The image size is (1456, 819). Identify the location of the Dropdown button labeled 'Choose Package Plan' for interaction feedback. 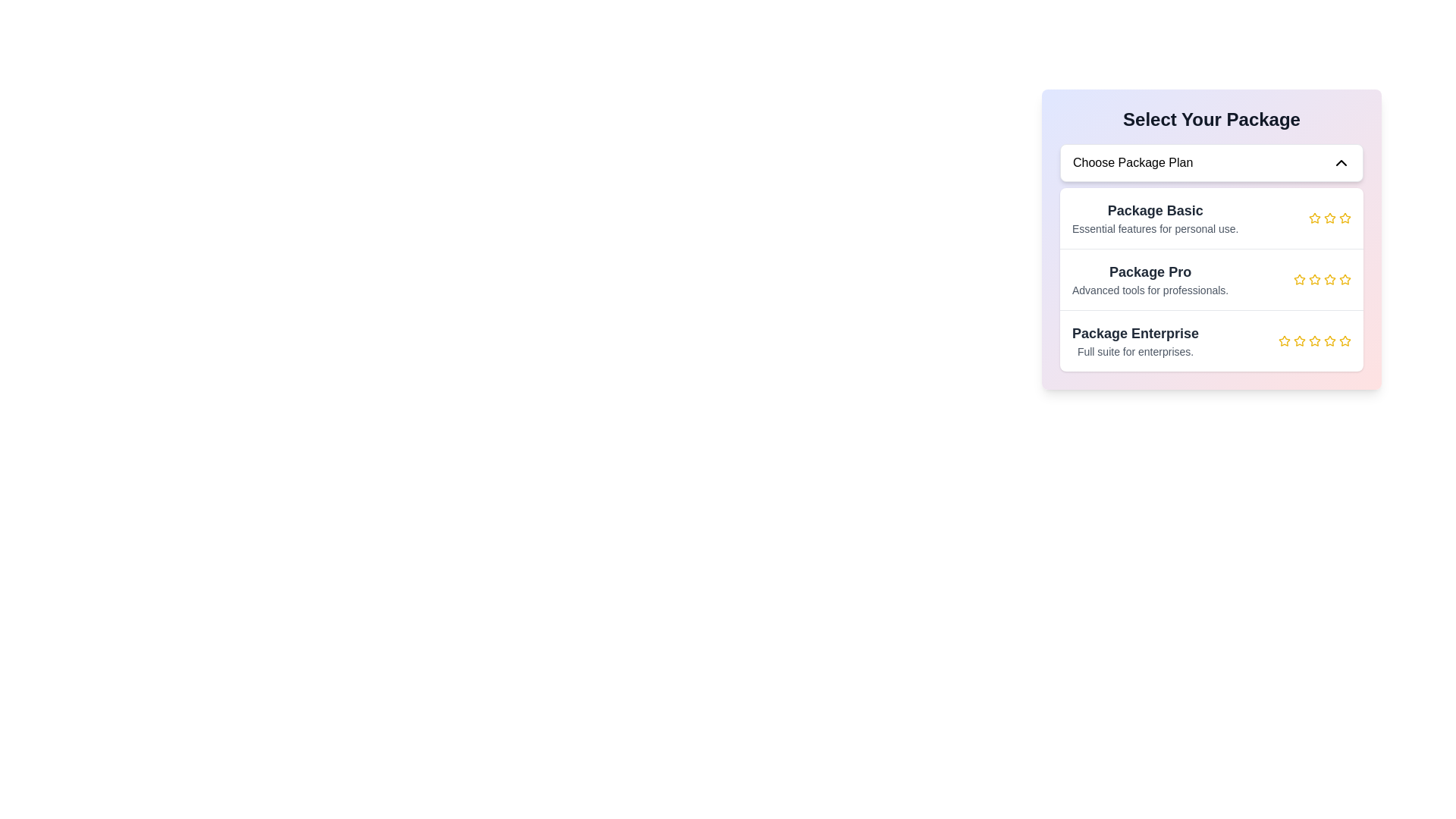
(1211, 163).